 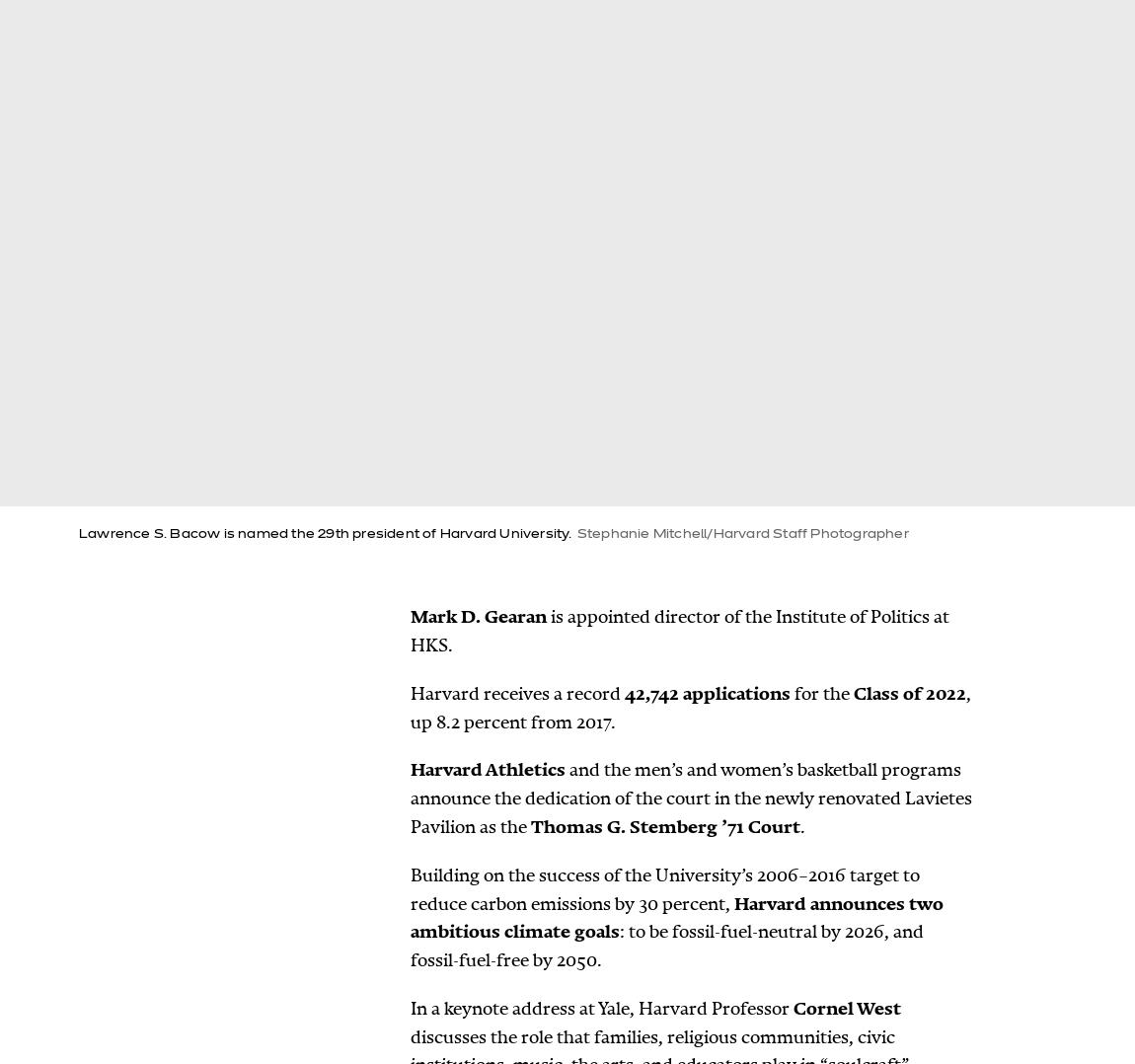 I want to click on 'for the', so click(x=820, y=691).